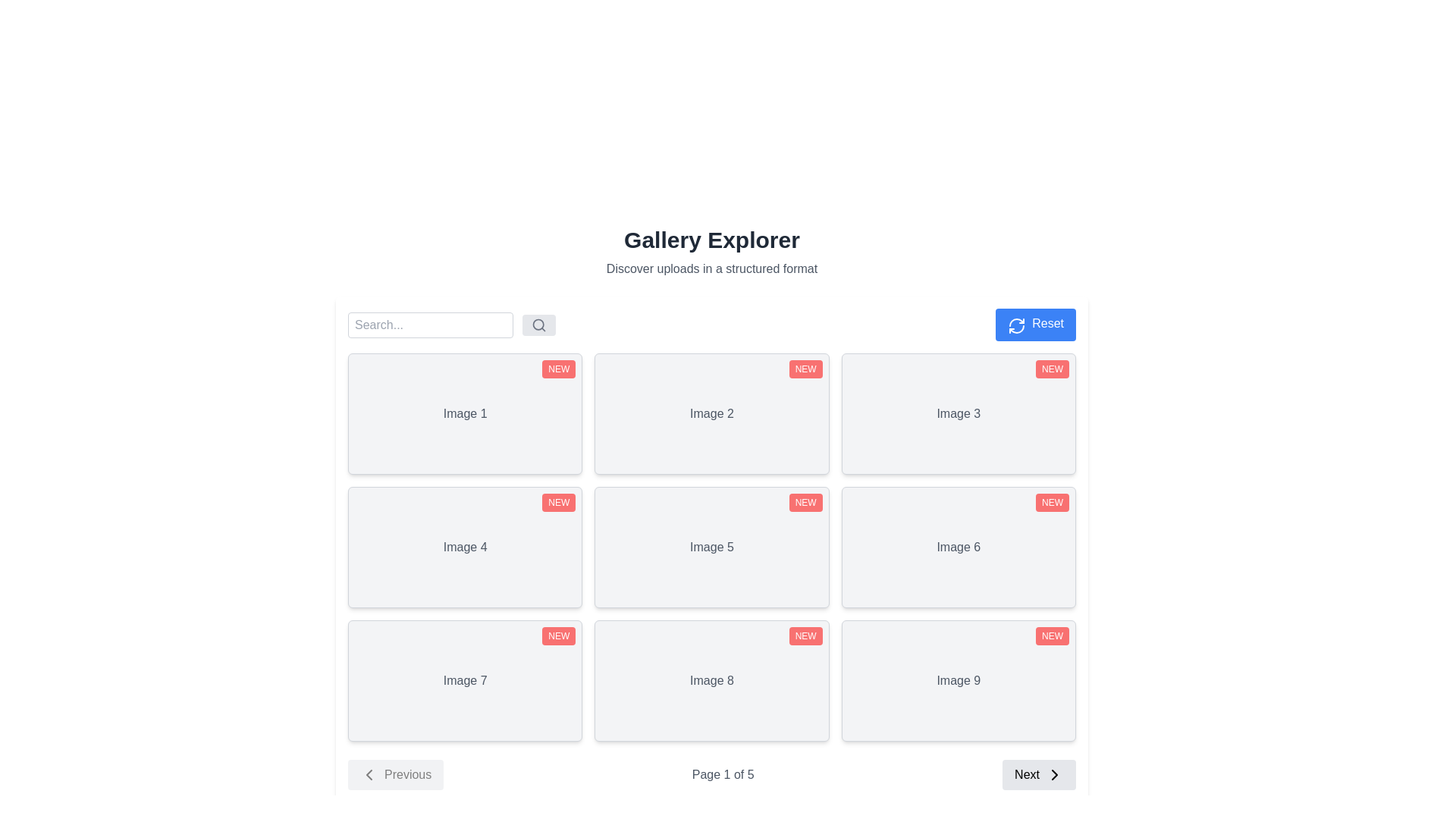 The width and height of the screenshot is (1456, 819). Describe the element at coordinates (1035, 324) in the screenshot. I see `the blue rectangular 'Reset' button with white text and a refresh icon located in the top-right corner of the layout` at that location.